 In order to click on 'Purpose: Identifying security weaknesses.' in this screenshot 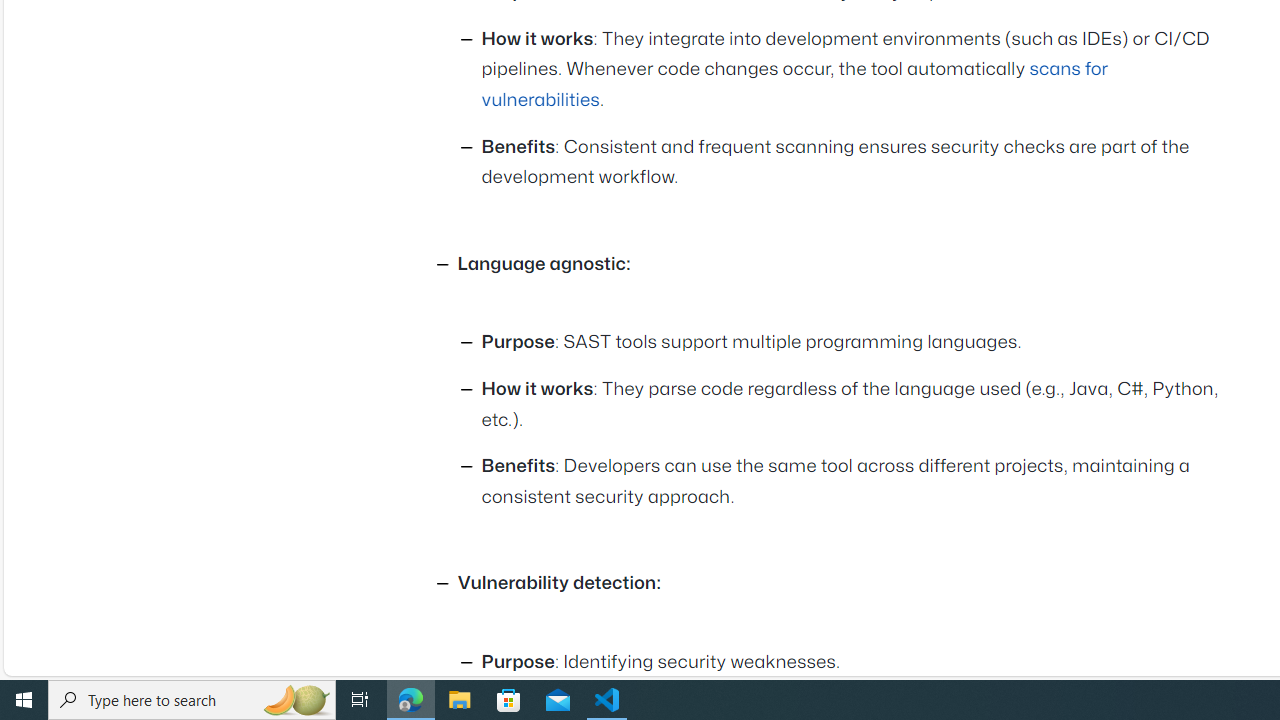, I will do `click(855, 663)`.